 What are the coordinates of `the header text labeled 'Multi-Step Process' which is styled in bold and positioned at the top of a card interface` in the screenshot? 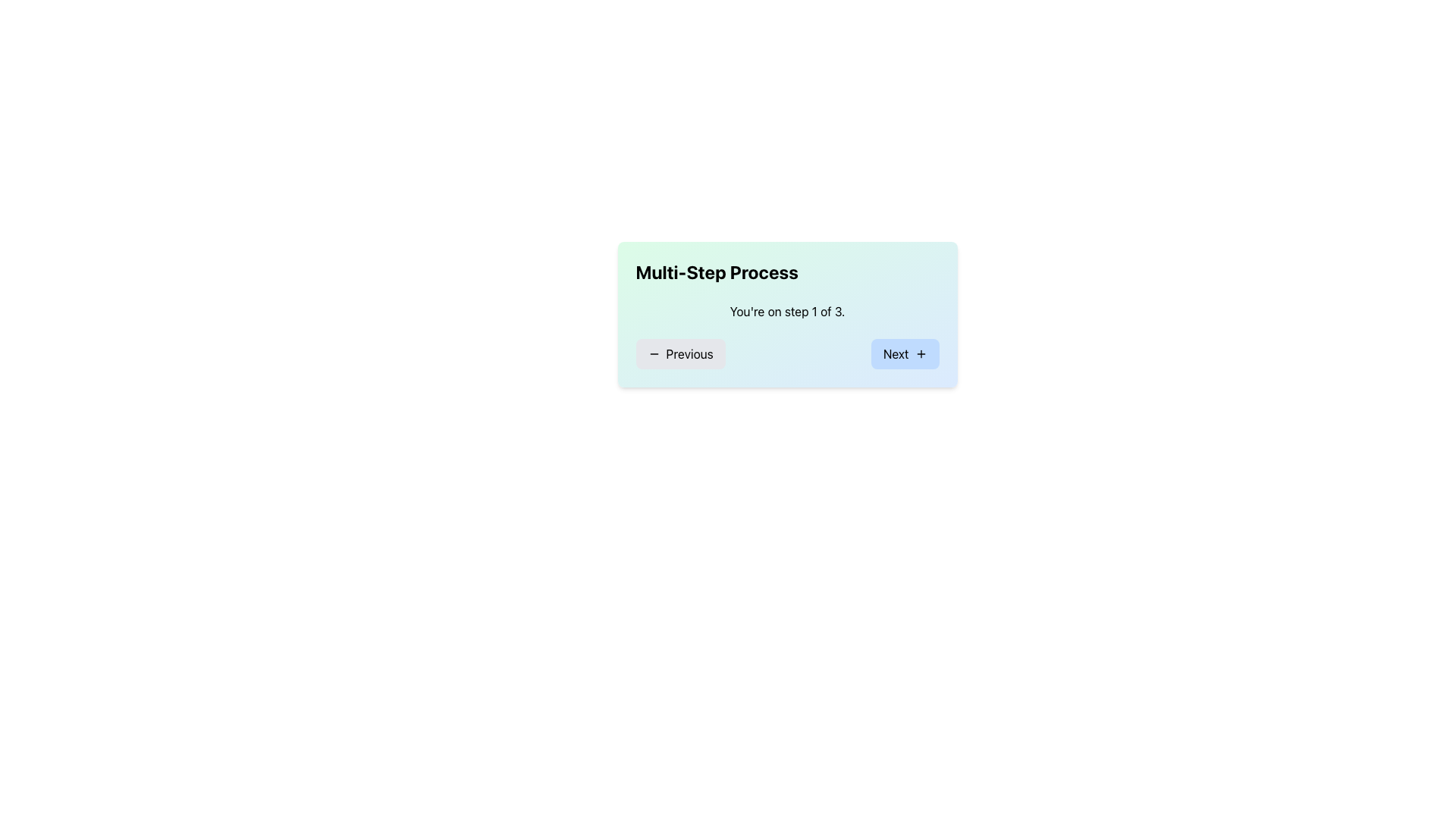 It's located at (787, 271).